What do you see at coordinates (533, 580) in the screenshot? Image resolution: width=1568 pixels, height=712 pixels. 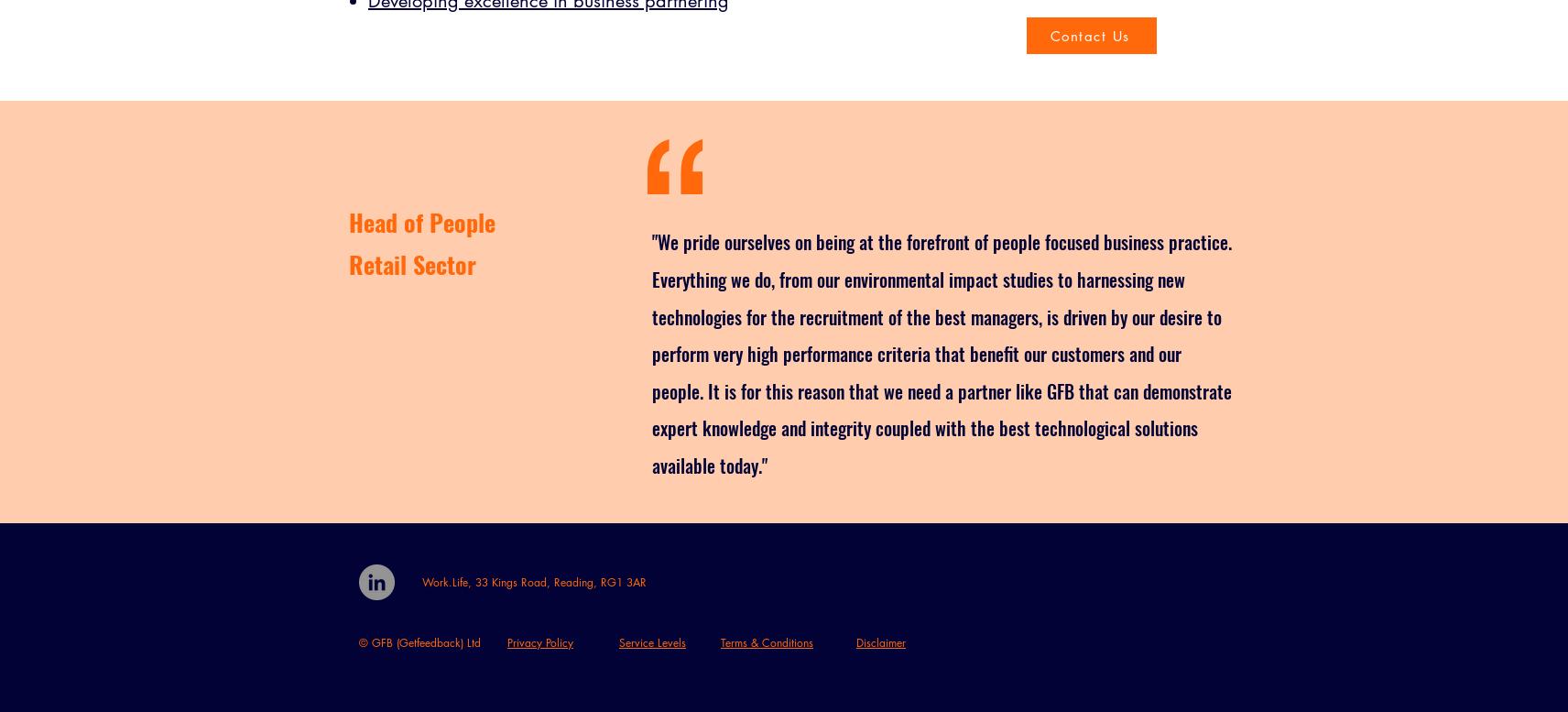 I see `'Work.Life, 33 Kings Road, Reading, RG1 3AR'` at bounding box center [533, 580].